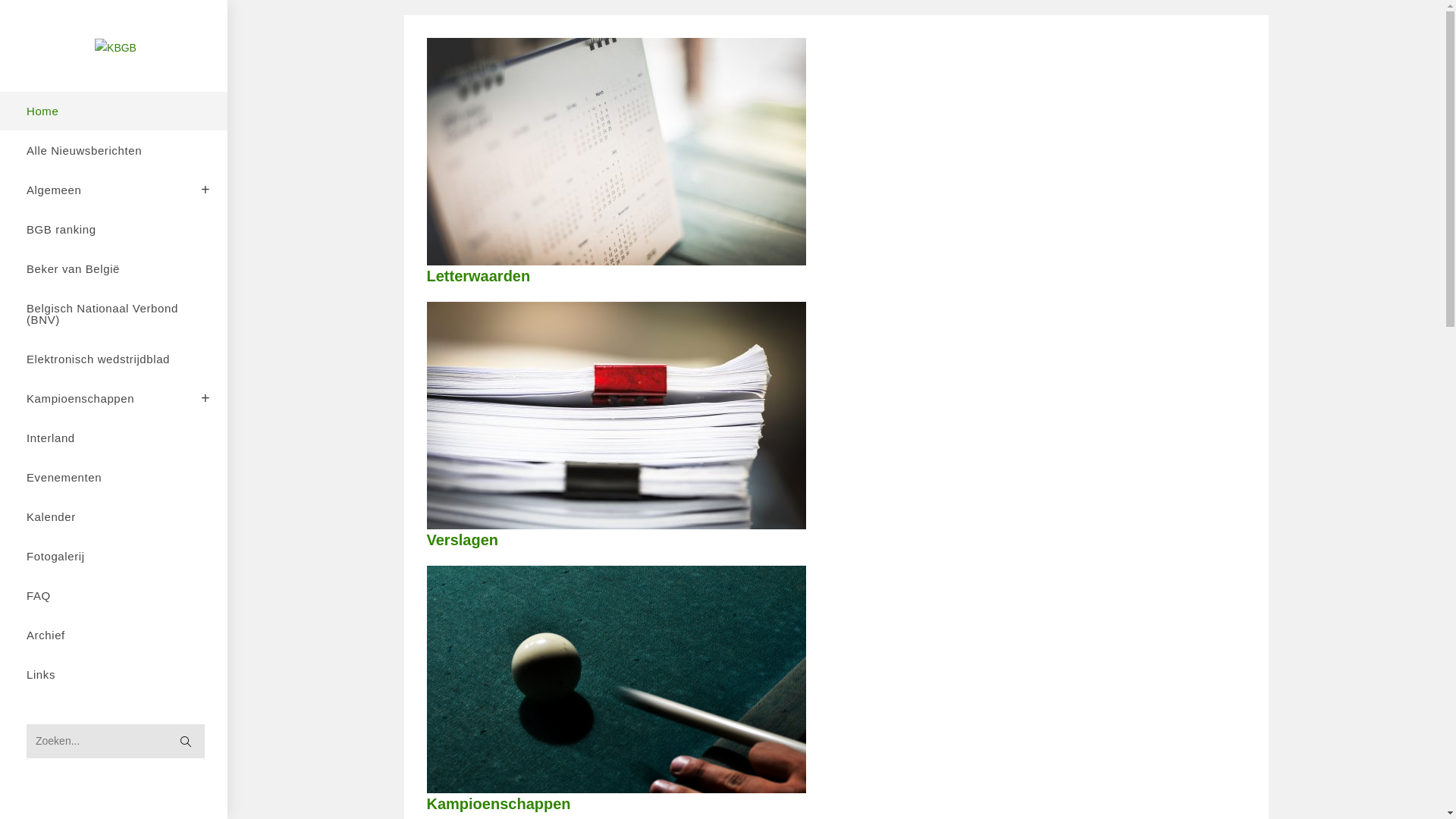  Describe the element at coordinates (112, 438) in the screenshot. I see `'Interland'` at that location.